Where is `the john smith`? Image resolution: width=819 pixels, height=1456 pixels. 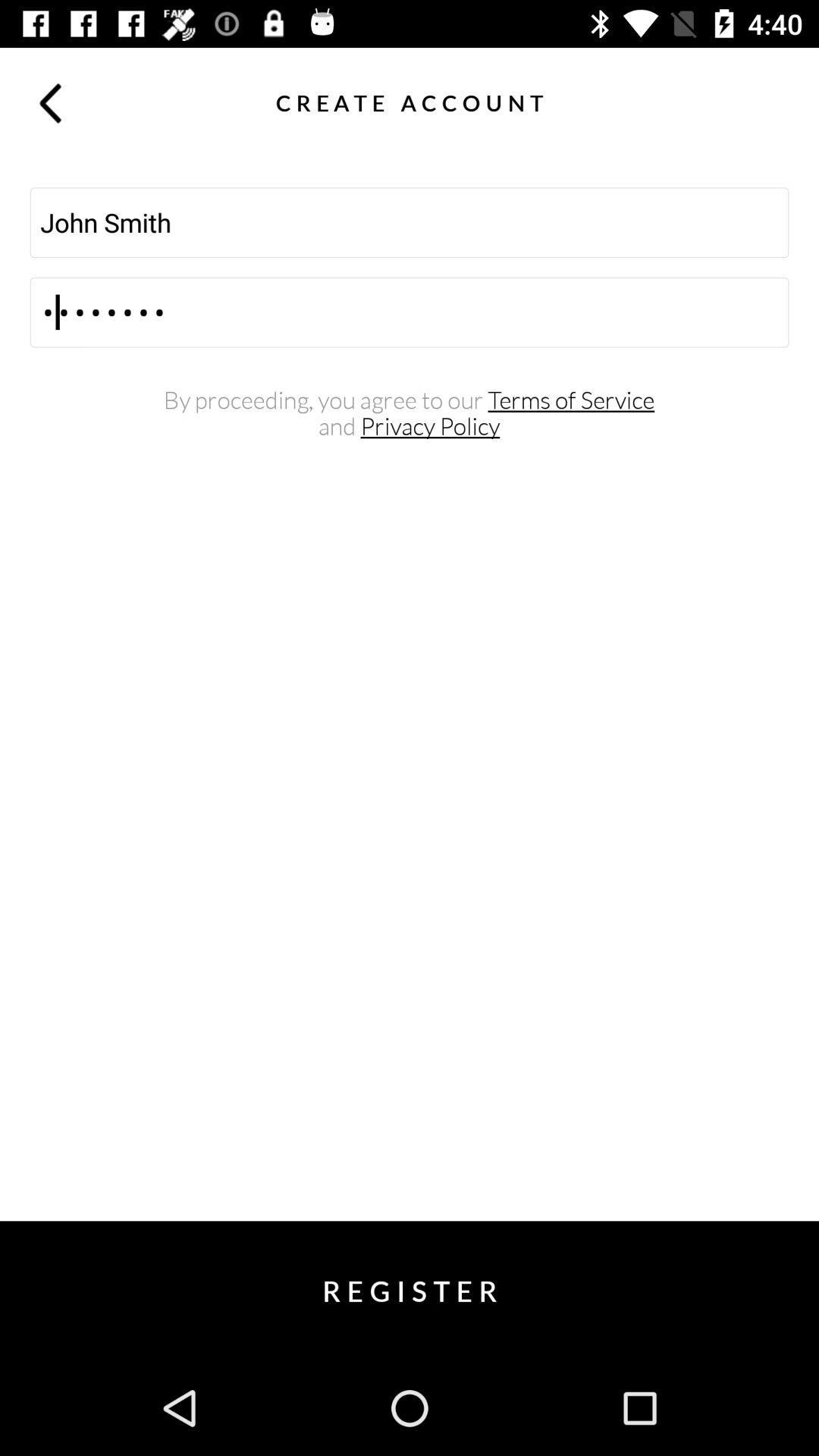
the john smith is located at coordinates (409, 221).